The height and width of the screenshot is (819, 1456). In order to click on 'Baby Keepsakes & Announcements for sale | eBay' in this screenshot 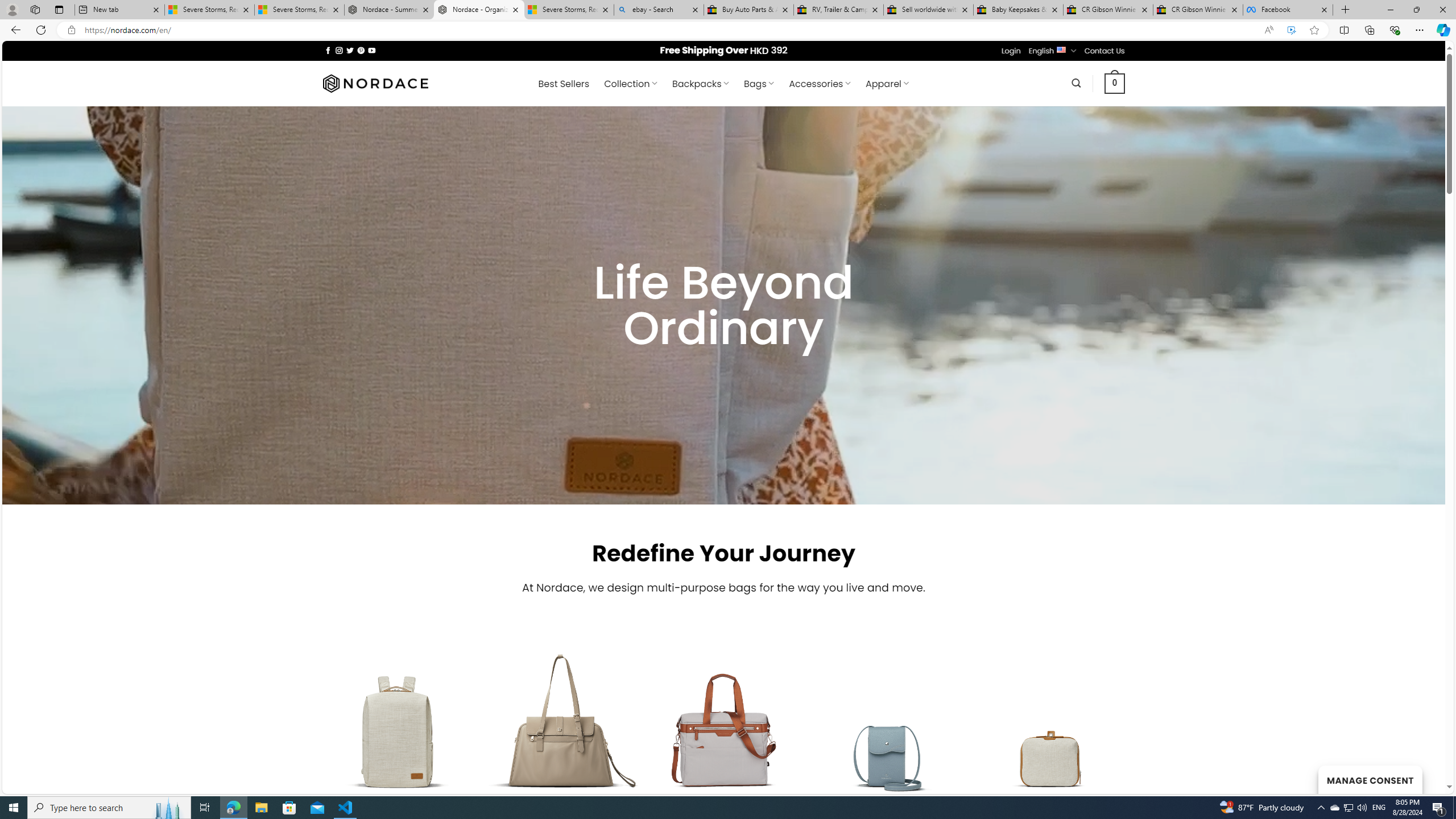, I will do `click(1017, 9)`.